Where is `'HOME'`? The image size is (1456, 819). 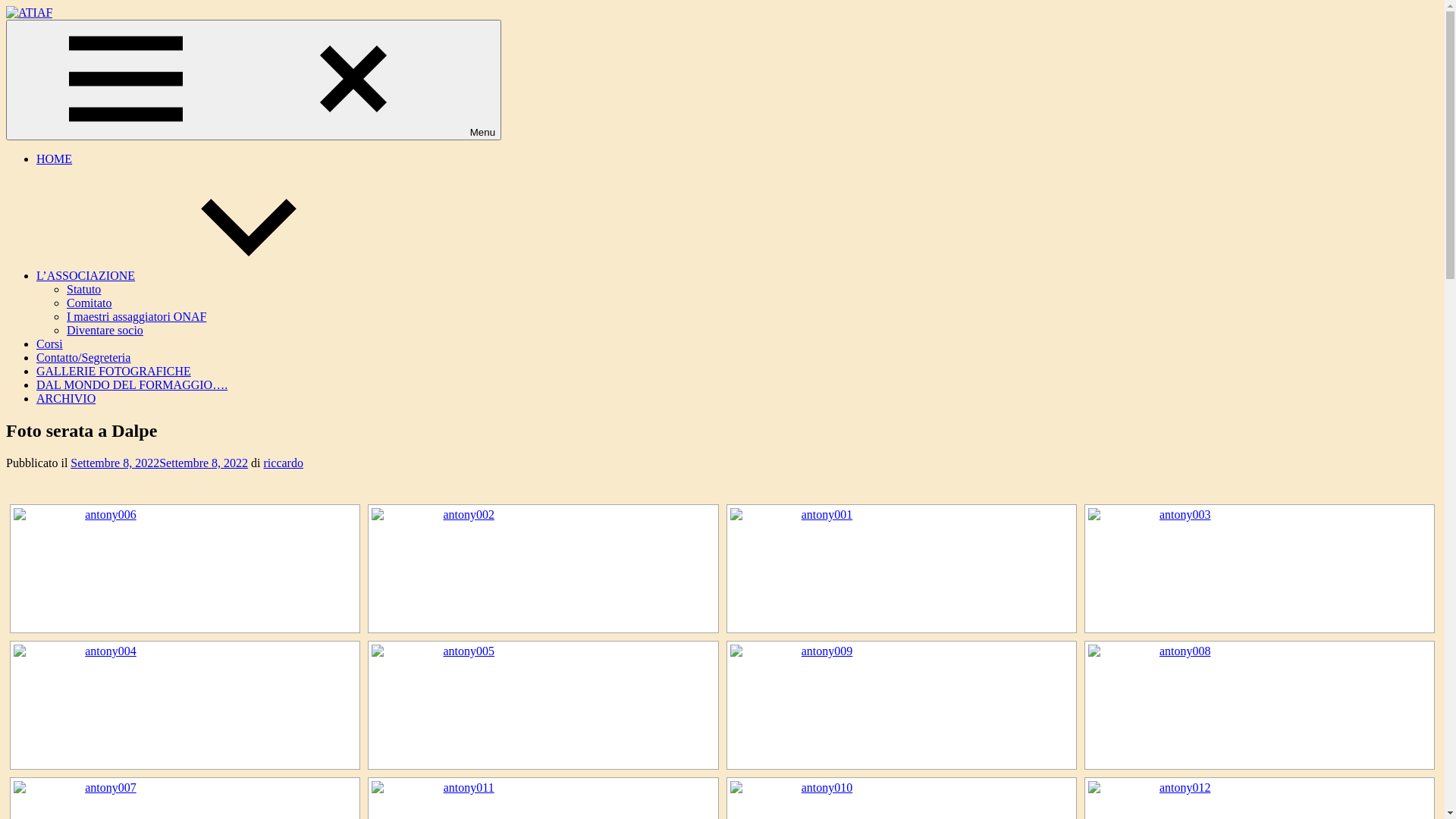
'HOME' is located at coordinates (54, 158).